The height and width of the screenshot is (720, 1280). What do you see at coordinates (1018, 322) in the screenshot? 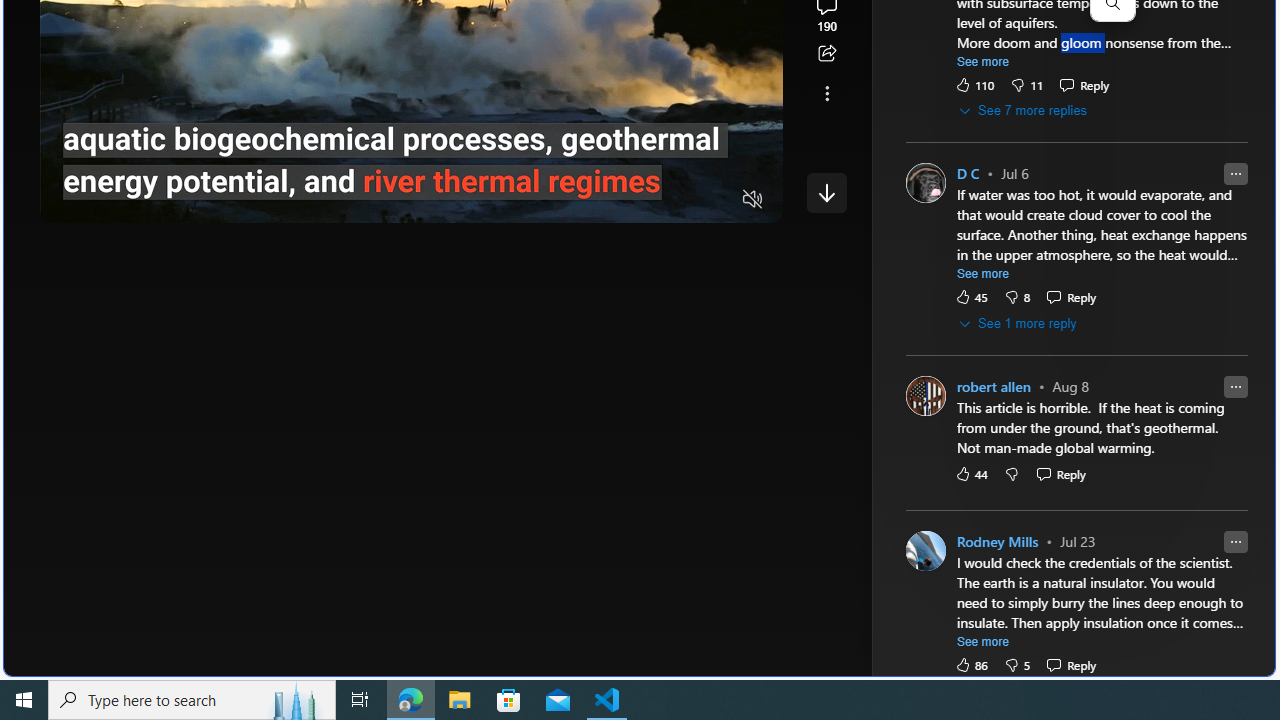
I see `'See 1 more reply'` at bounding box center [1018, 322].